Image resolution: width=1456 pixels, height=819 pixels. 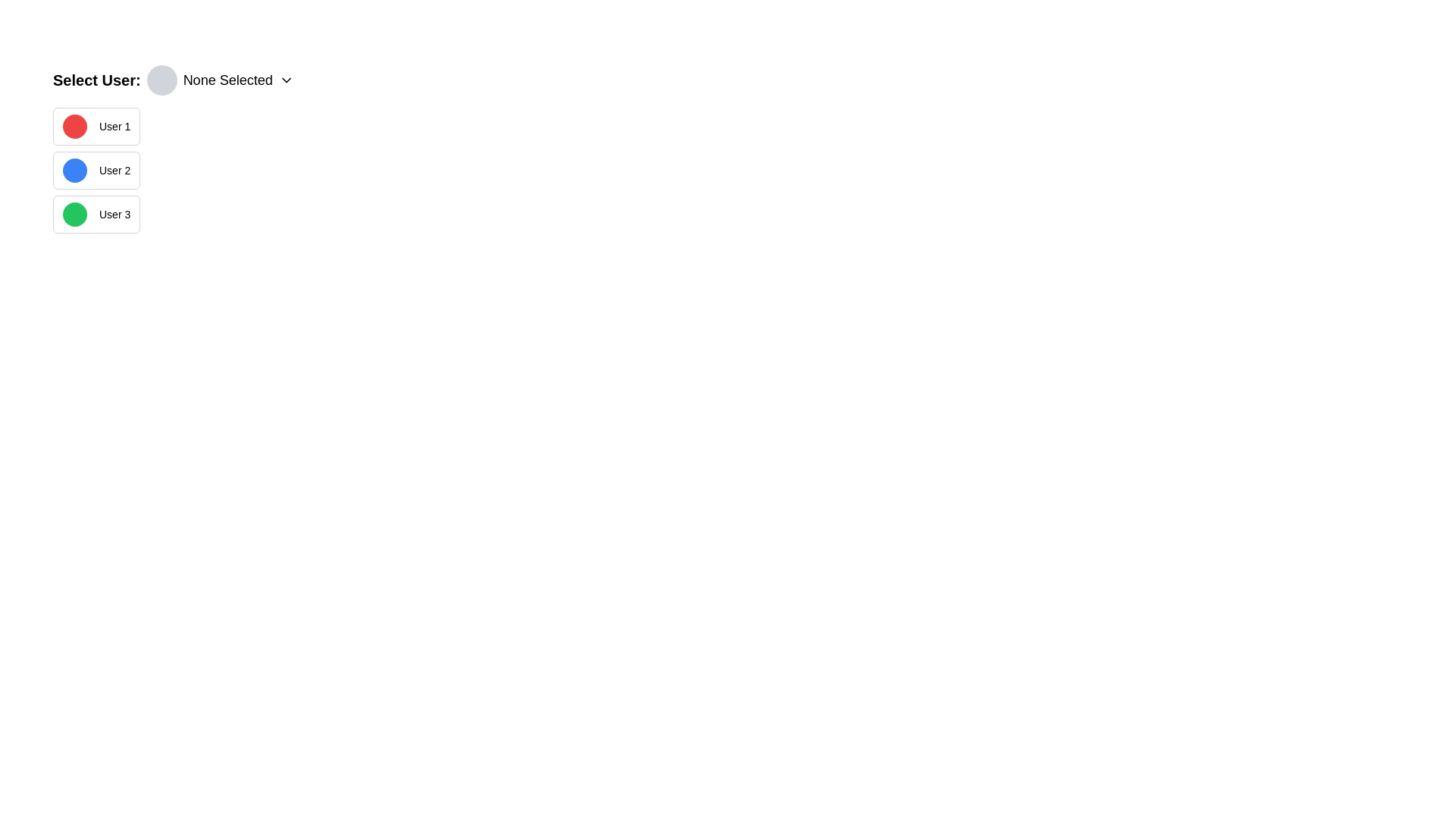 I want to click on the green circle indicator located to the left of the text label 'User 3', which is the third element in the vertical list of similar indicators, so click(x=74, y=214).